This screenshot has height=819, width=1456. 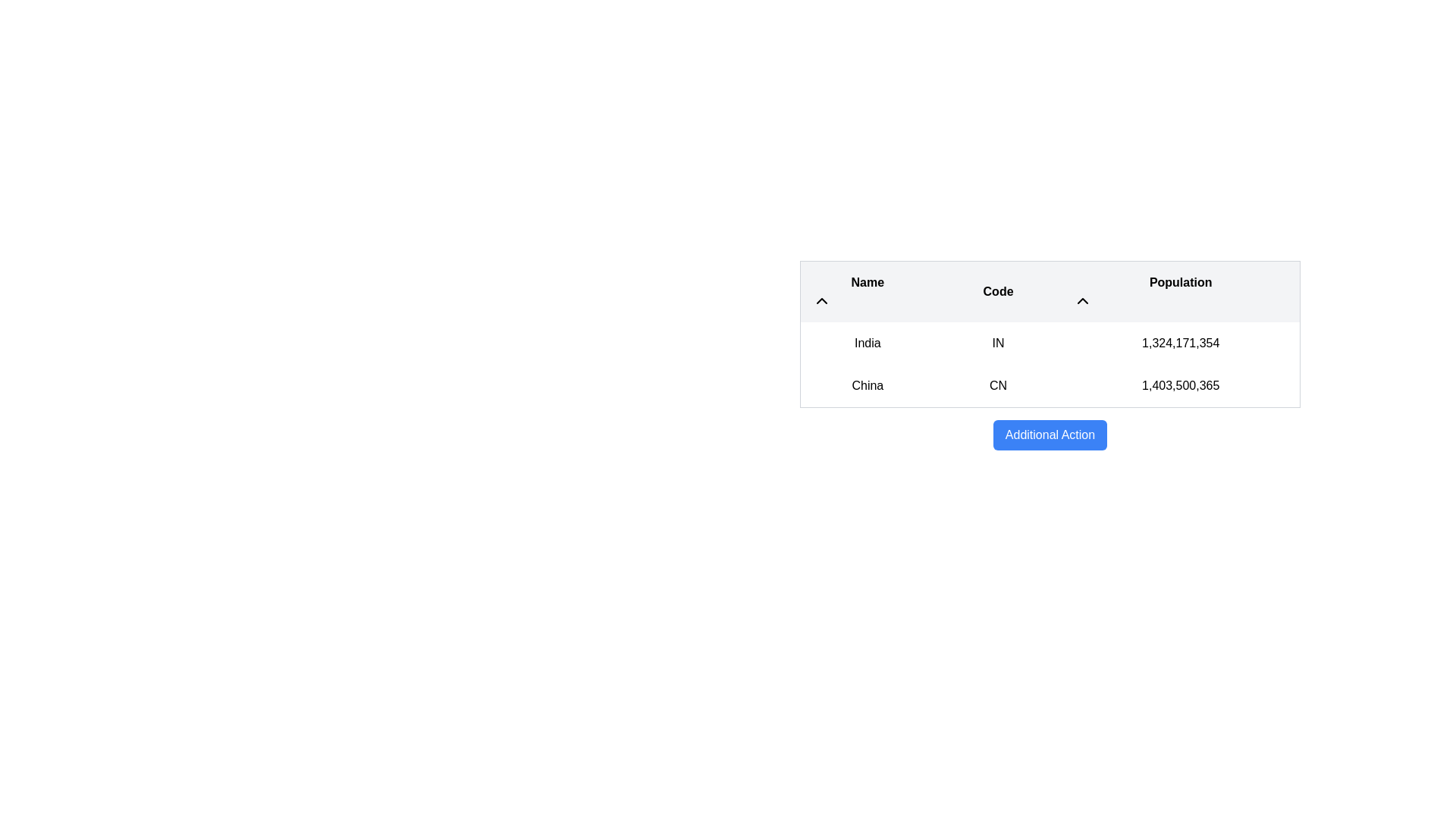 What do you see at coordinates (868, 343) in the screenshot?
I see `the static text label displaying 'India' under the 'Name' column in the first row of the table` at bounding box center [868, 343].